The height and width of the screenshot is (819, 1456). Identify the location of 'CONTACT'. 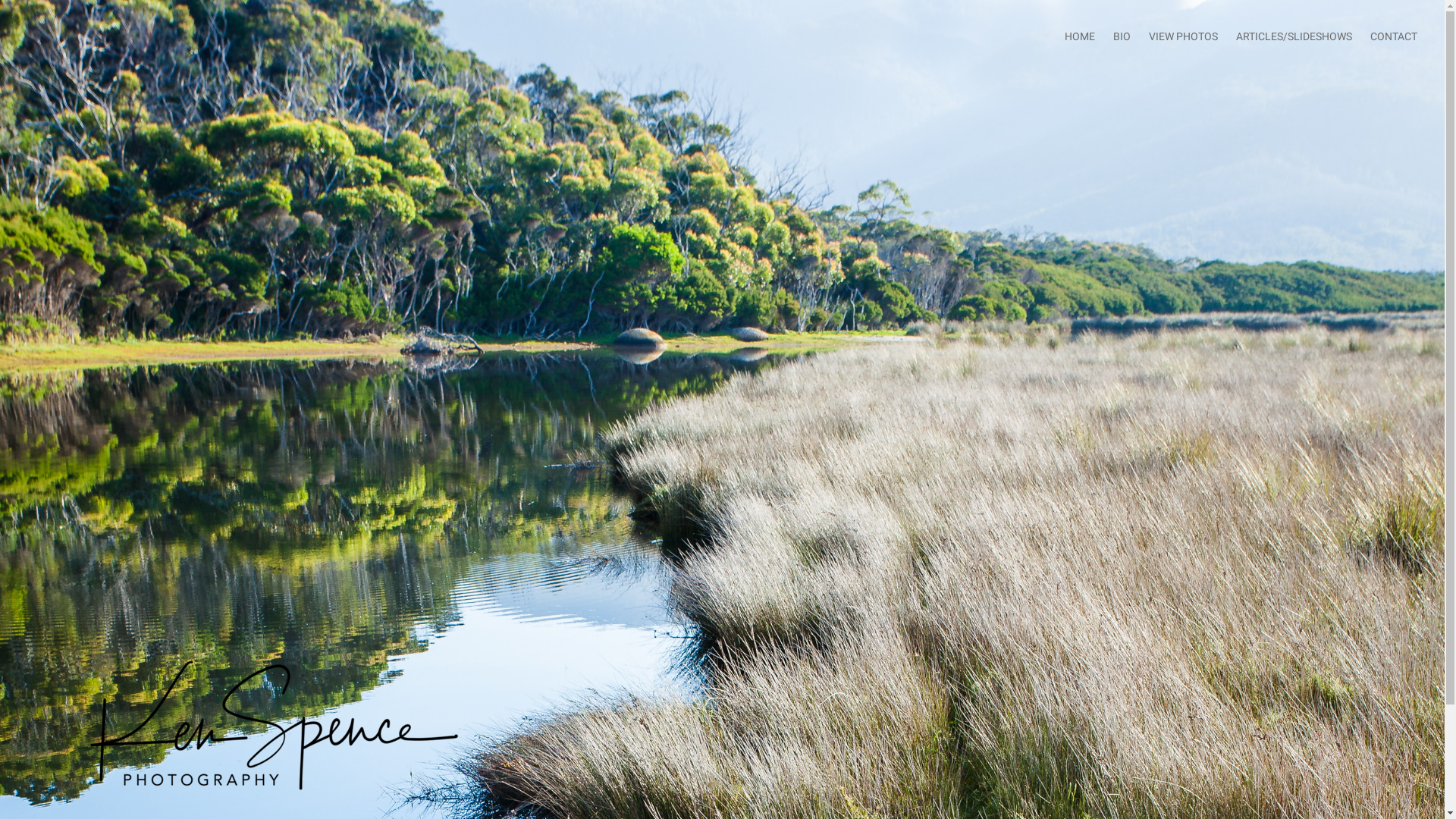
(1394, 35).